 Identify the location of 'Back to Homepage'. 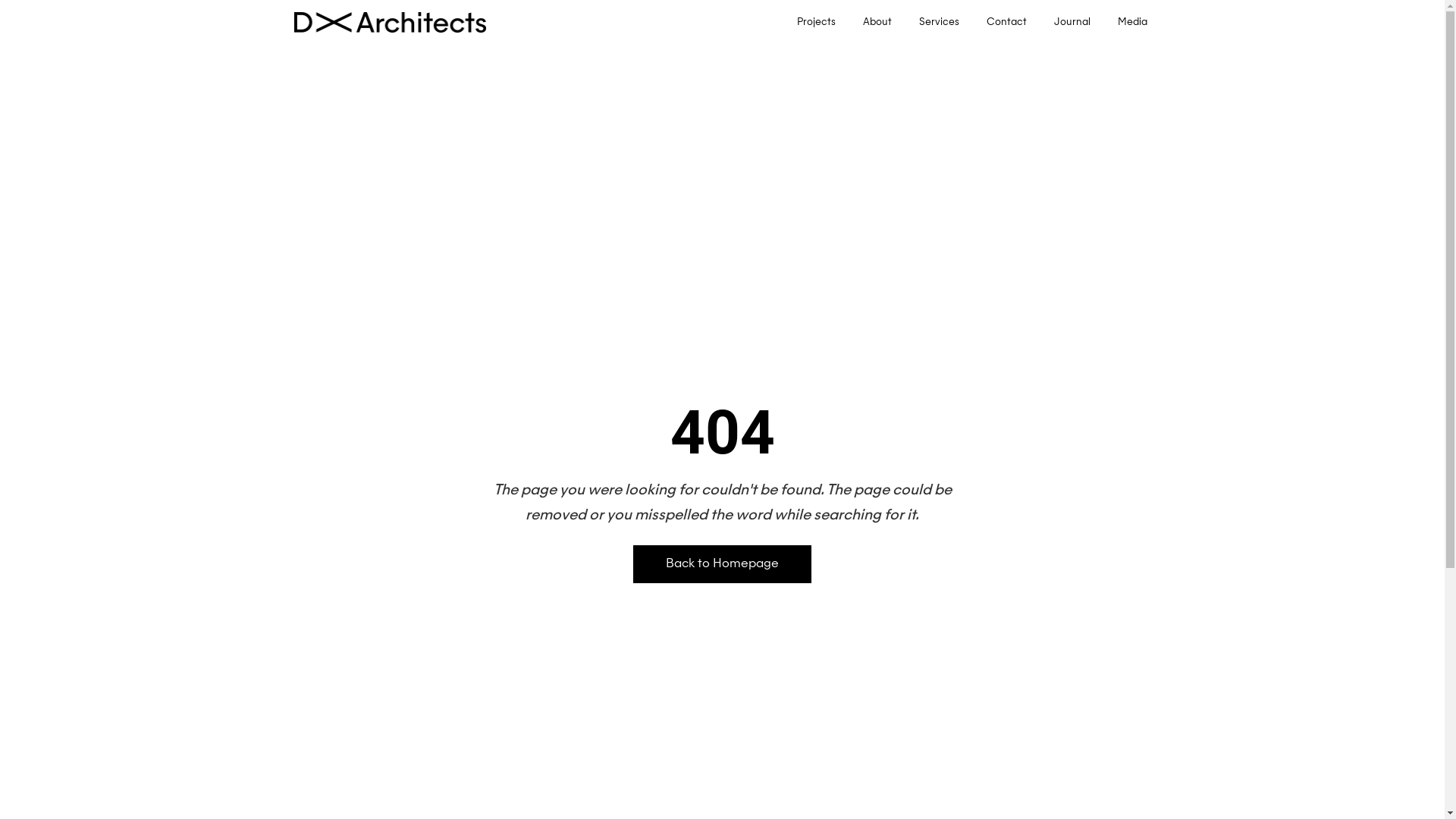
(721, 564).